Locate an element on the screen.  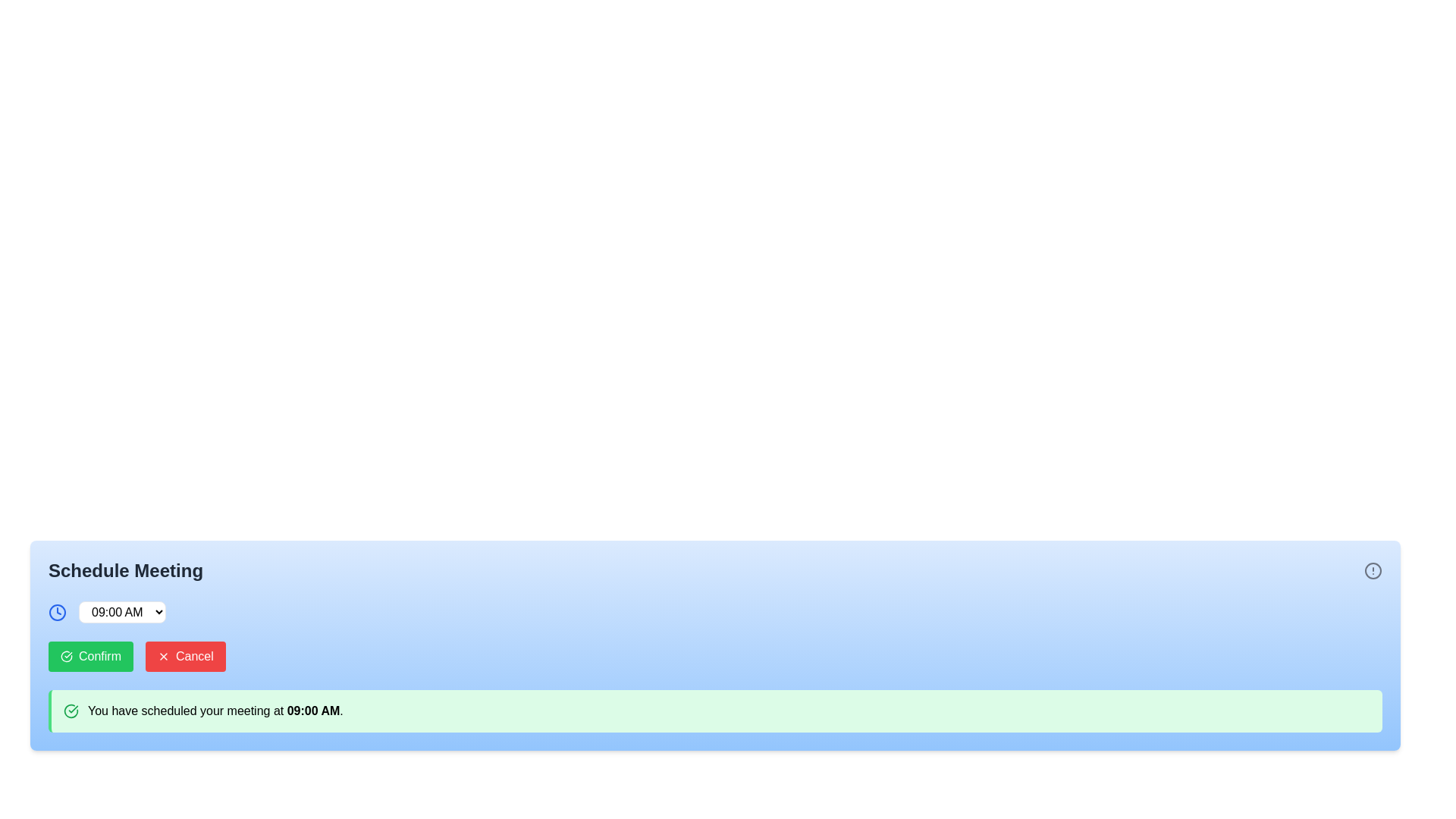
the 'X' icon in a red circular background, which is located to the left of the 'Cancel' text label inside a red rectangular button is located at coordinates (164, 656).